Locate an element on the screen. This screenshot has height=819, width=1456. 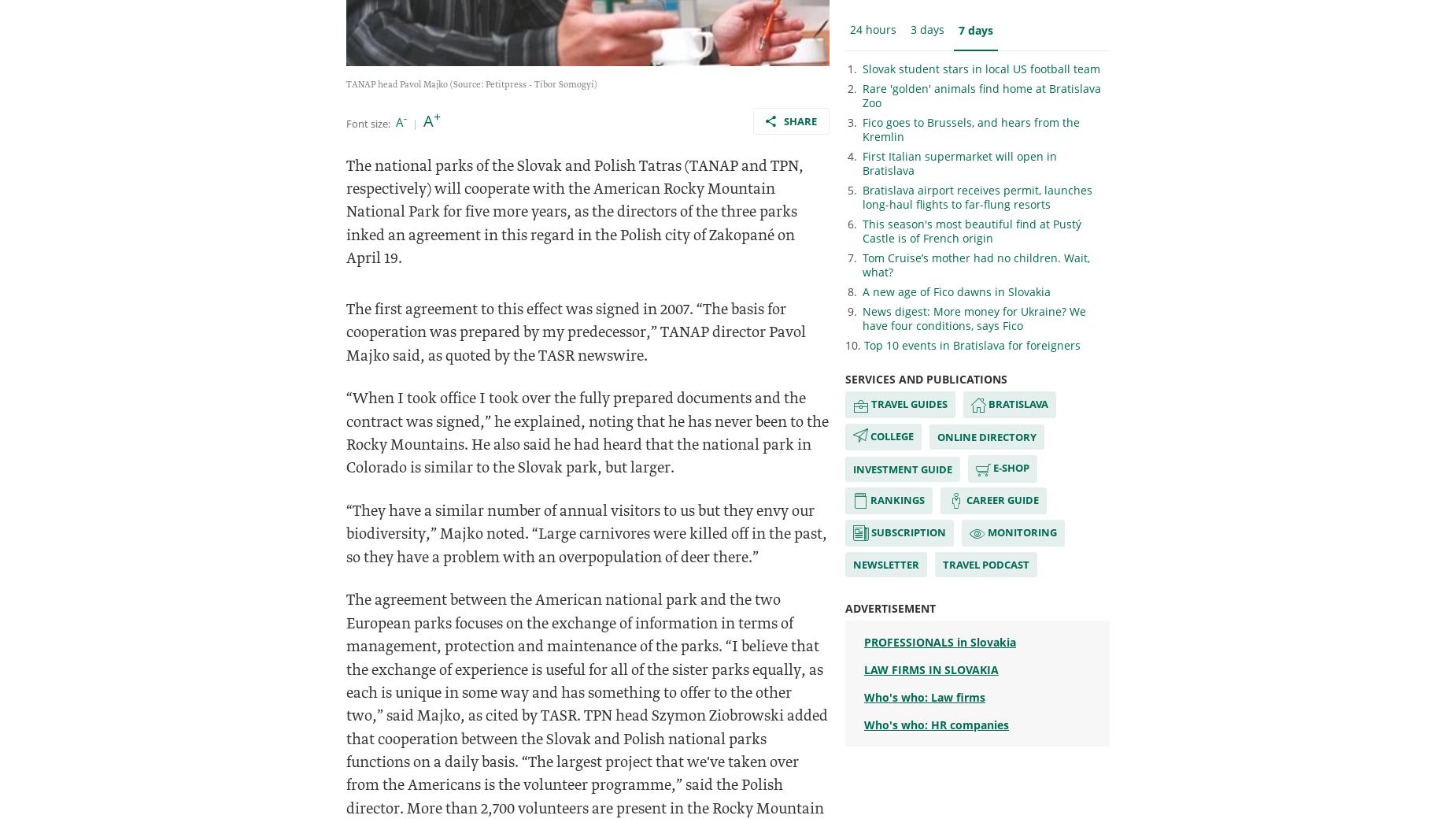
'9.' is located at coordinates (851, 312).